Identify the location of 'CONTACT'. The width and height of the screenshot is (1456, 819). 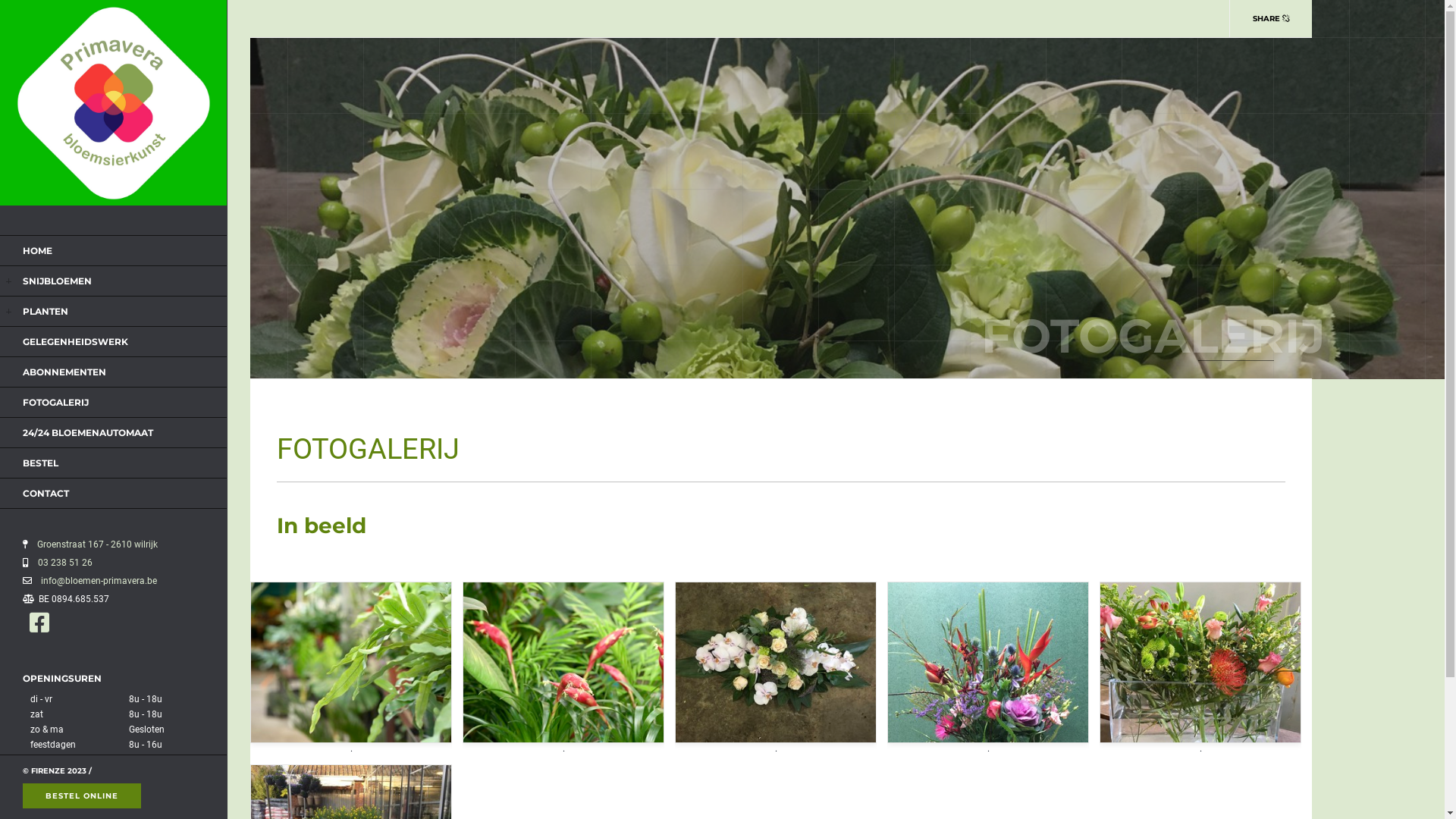
(45, 493).